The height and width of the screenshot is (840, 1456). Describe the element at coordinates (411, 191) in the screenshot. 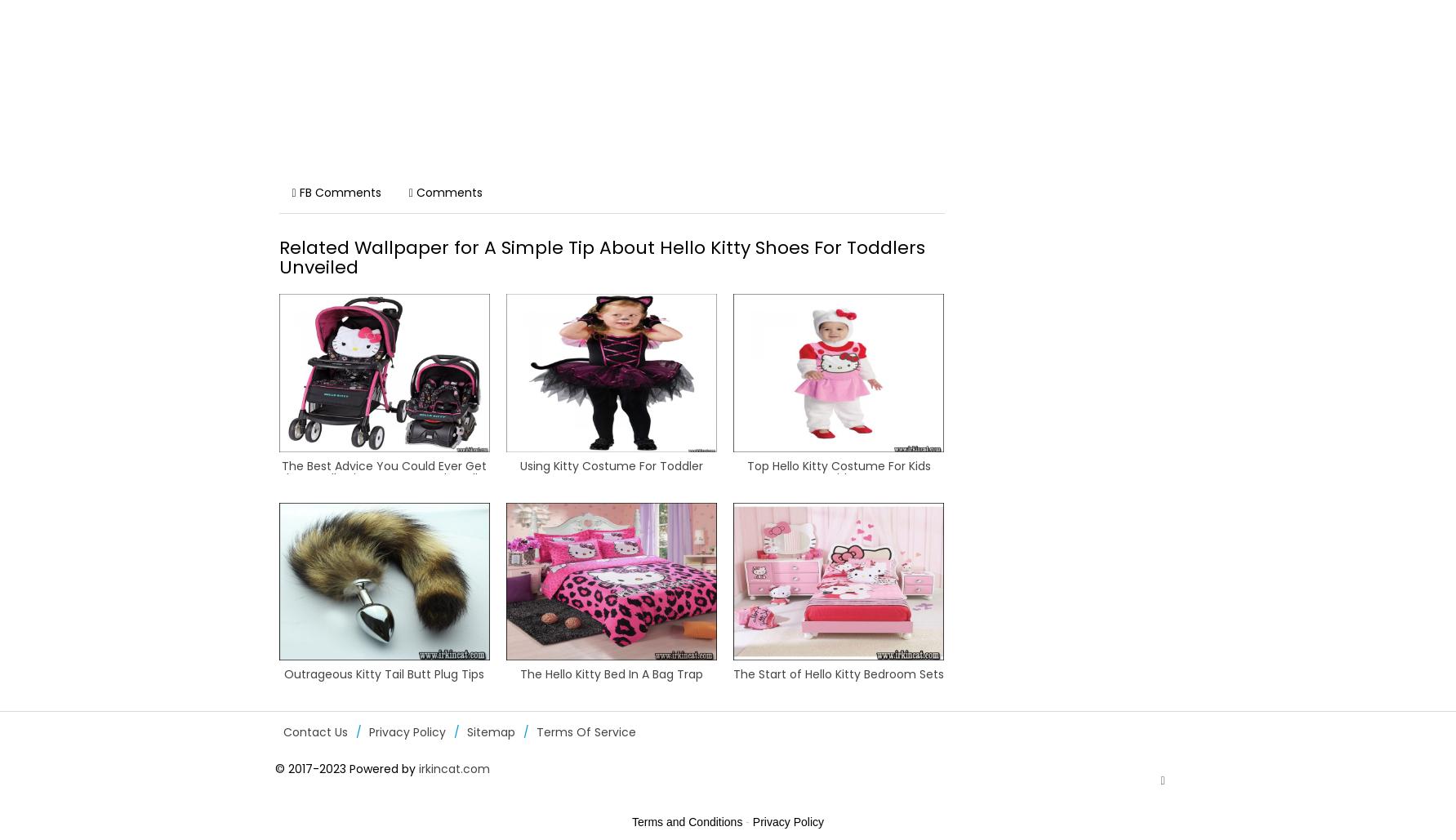

I see `'Comments'` at that location.